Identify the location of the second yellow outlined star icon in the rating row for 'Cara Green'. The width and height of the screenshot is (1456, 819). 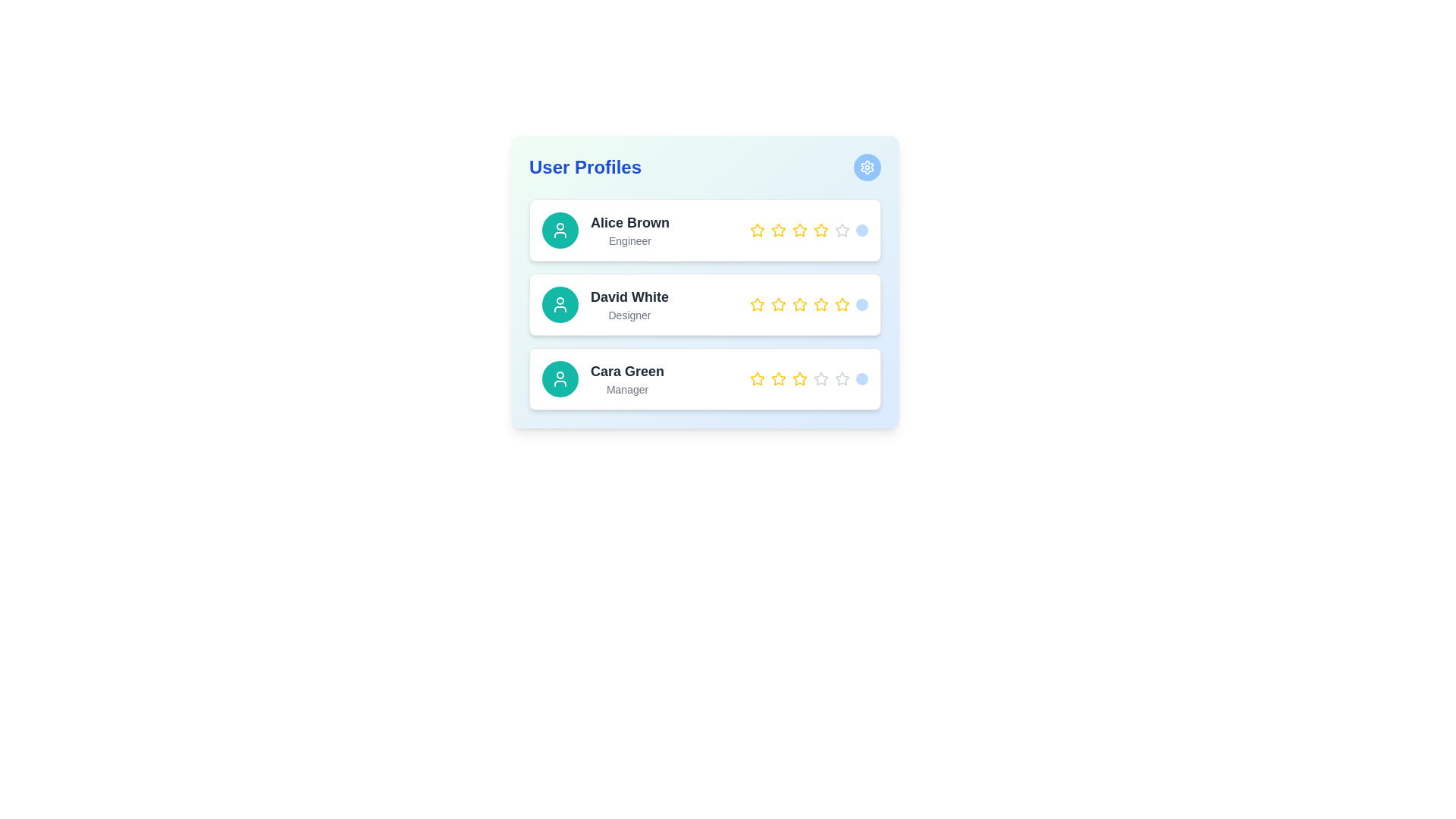
(779, 378).